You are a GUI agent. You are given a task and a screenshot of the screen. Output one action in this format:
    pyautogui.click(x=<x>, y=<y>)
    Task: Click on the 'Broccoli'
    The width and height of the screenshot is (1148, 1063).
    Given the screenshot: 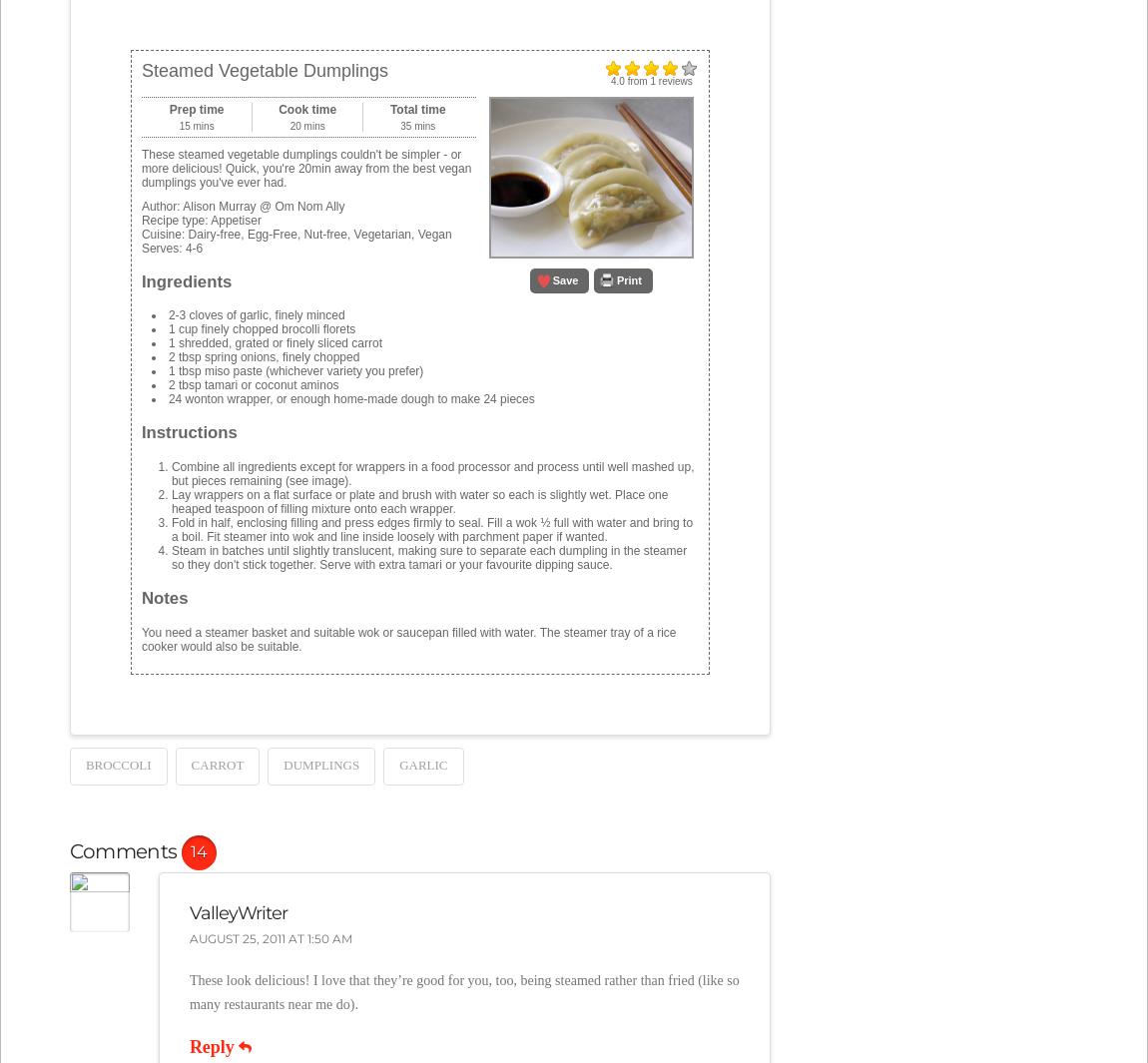 What is the action you would take?
    pyautogui.click(x=116, y=765)
    